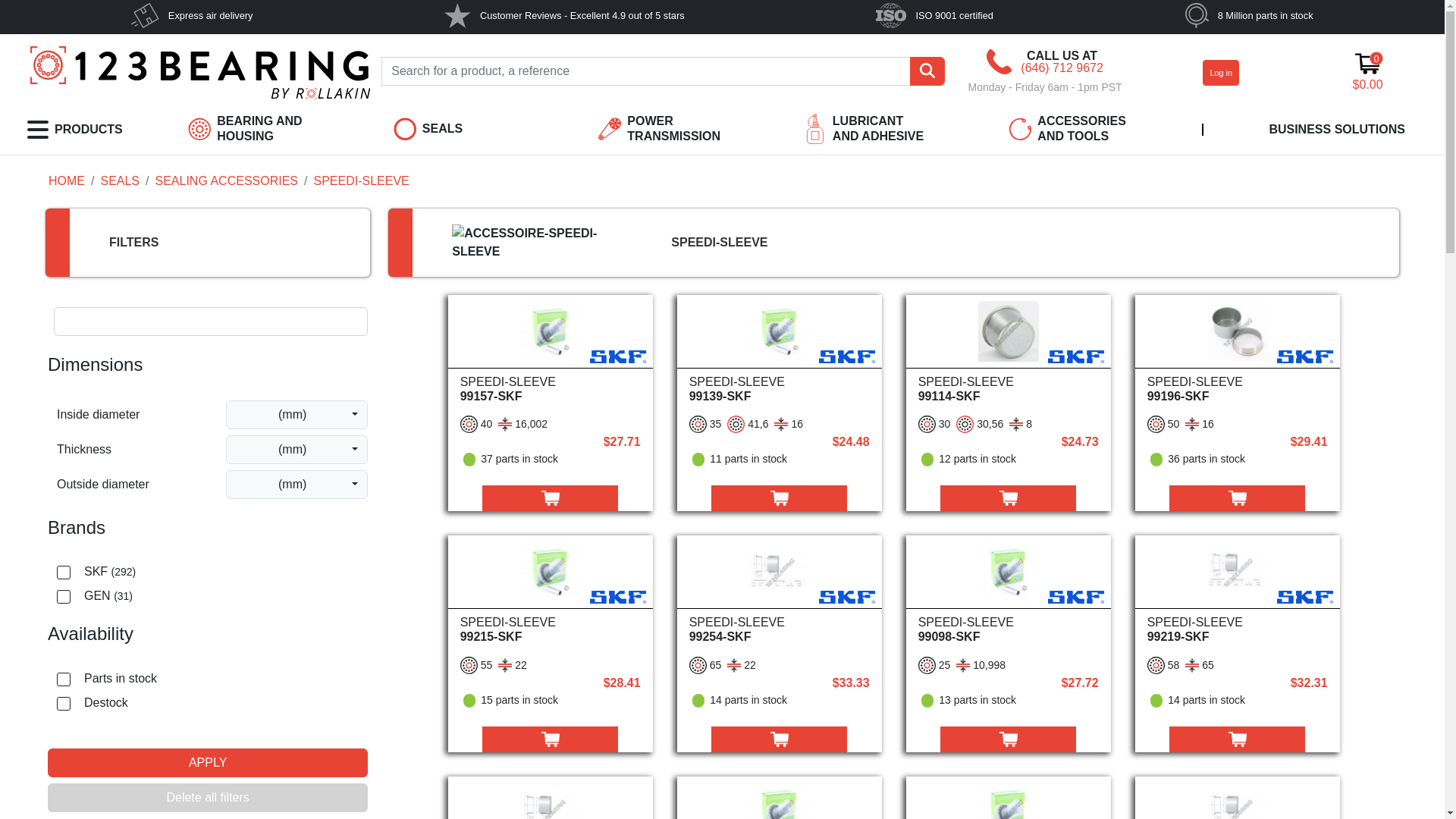  What do you see at coordinates (549, 627) in the screenshot?
I see `'SPEEDI-SLEEVE` at bounding box center [549, 627].